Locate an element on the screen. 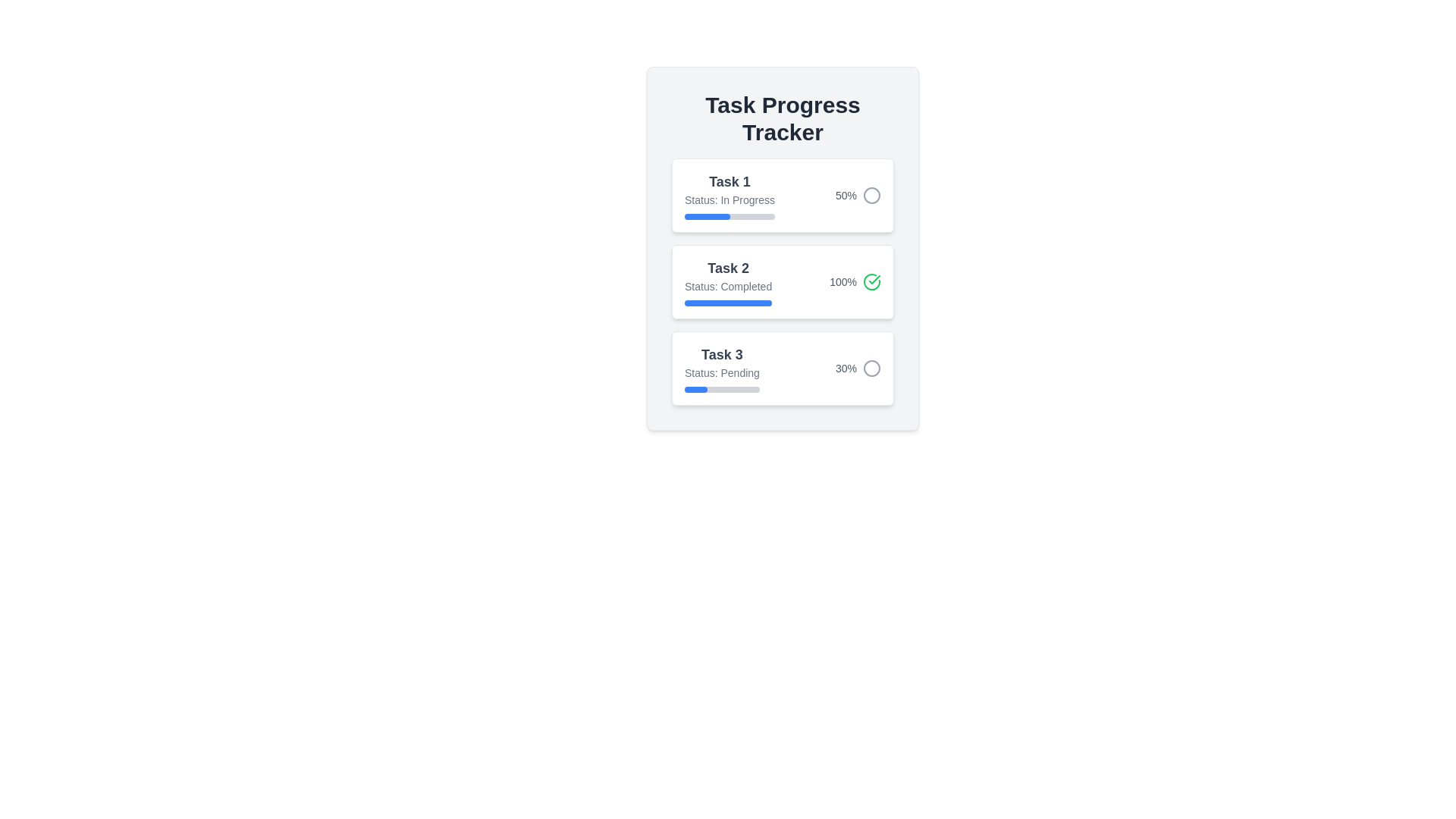 The width and height of the screenshot is (1456, 819). the progress indicator showing '30%' within the card labeled 'Task 3' is located at coordinates (858, 369).